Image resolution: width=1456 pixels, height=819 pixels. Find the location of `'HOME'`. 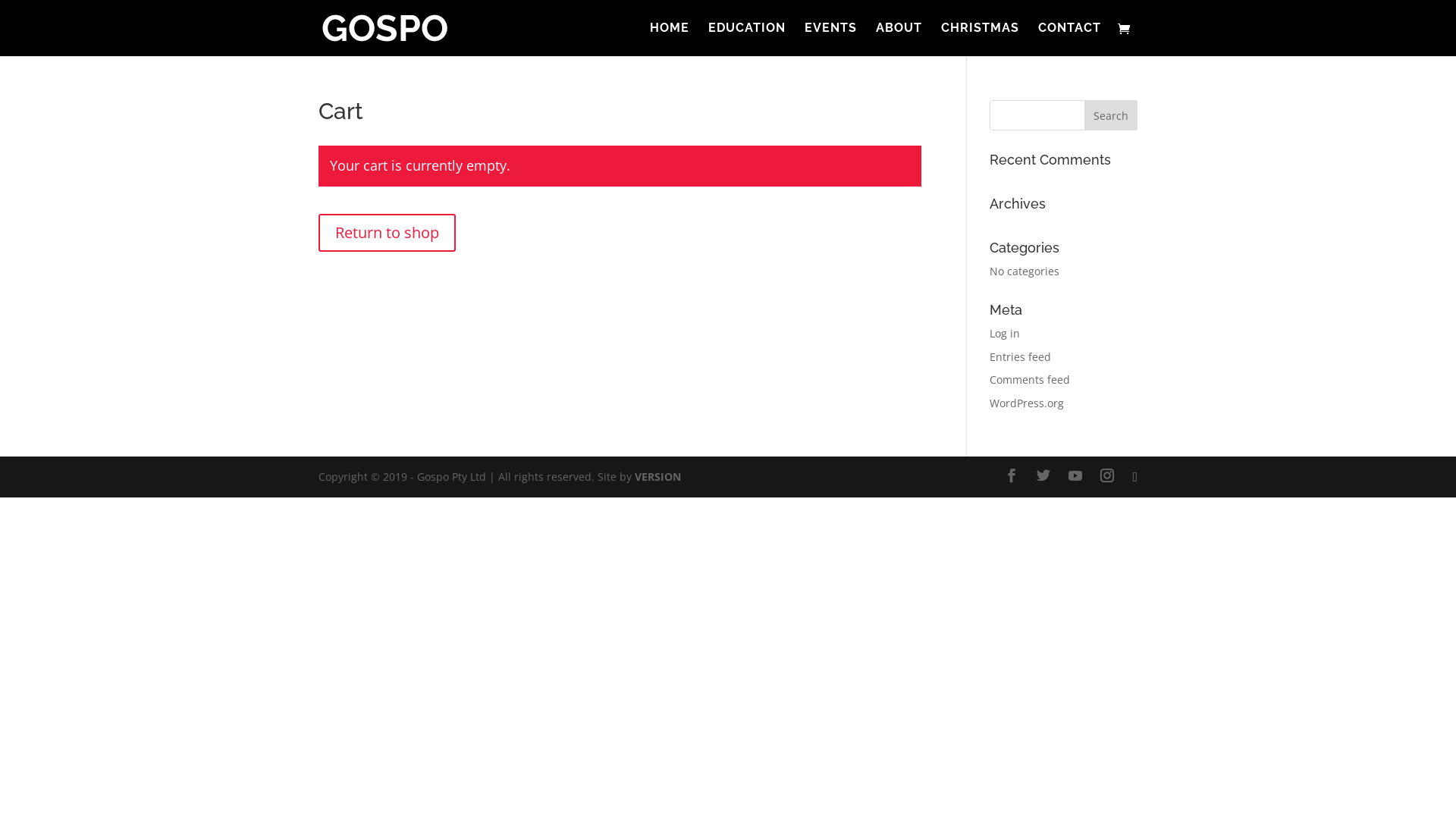

'HOME' is located at coordinates (669, 38).